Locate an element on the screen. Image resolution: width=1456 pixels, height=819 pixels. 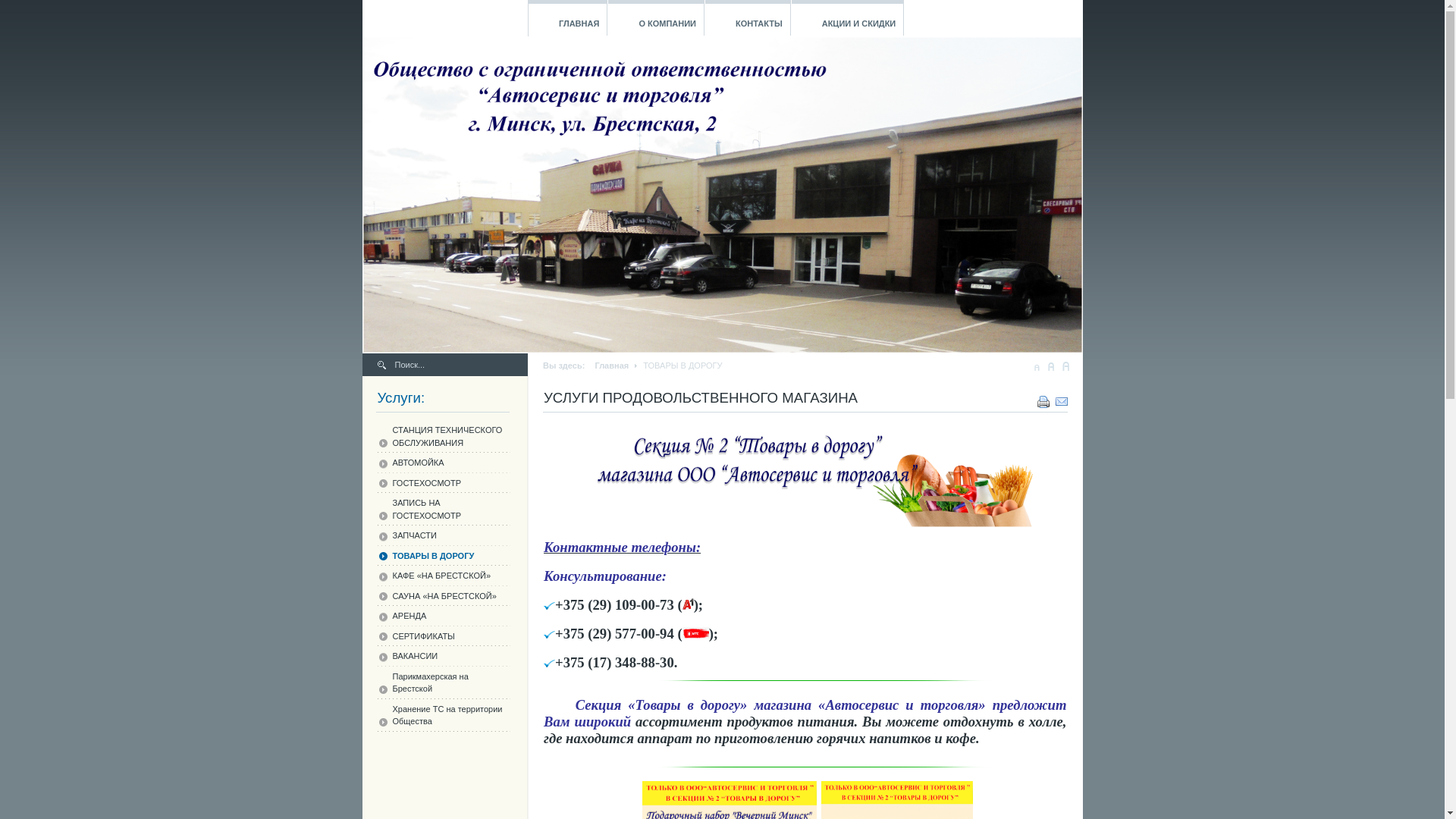
'Increase font size' is located at coordinates (1065, 366).